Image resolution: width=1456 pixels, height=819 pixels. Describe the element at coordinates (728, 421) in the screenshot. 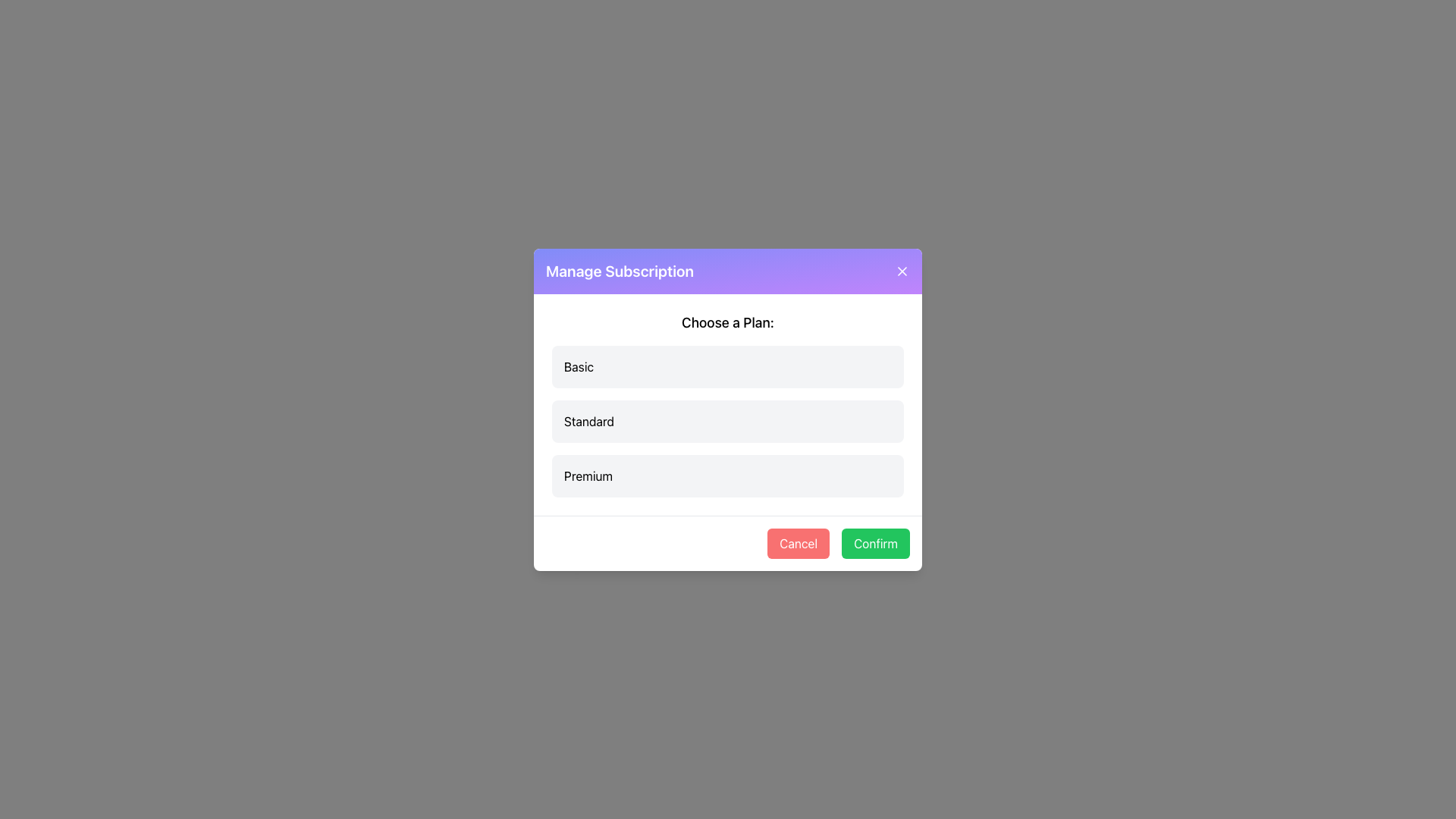

I see `the 'Standard' button, which is the second selectable option in the middle of the selection panel under 'Choose a Plan:'` at that location.